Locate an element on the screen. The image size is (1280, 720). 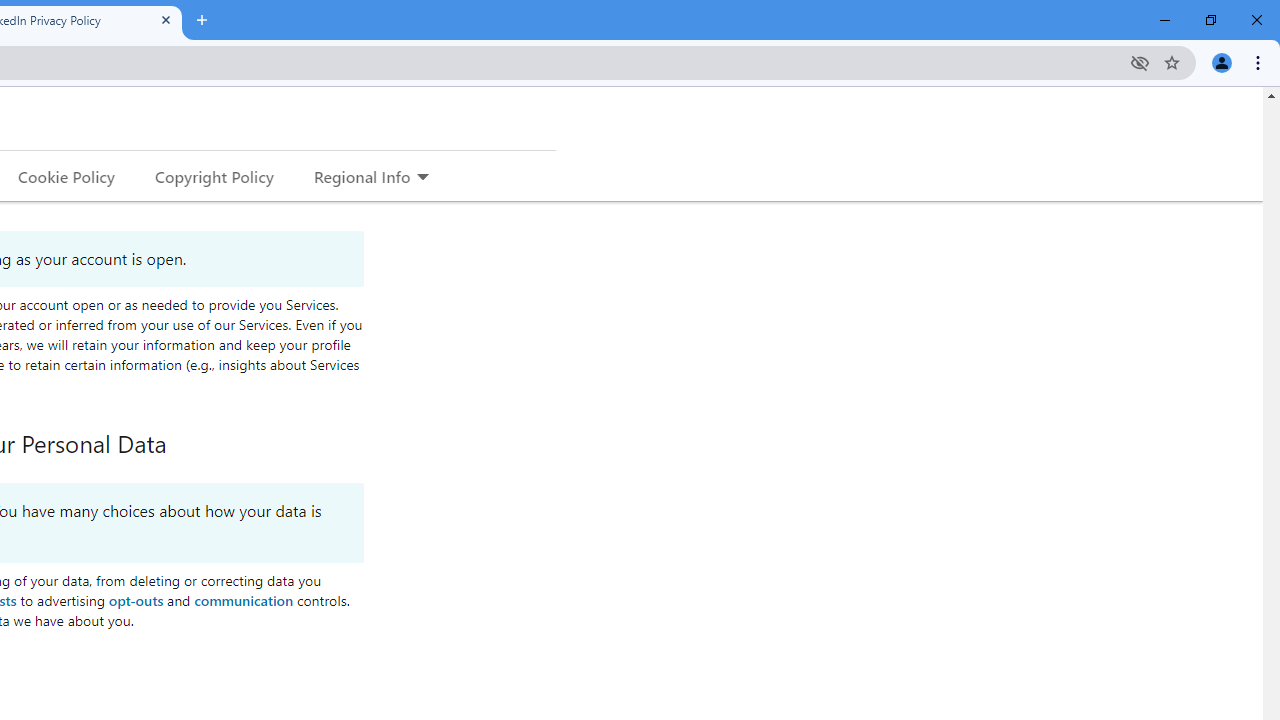
'Expand to show more links for Regional Info' is located at coordinates (421, 177).